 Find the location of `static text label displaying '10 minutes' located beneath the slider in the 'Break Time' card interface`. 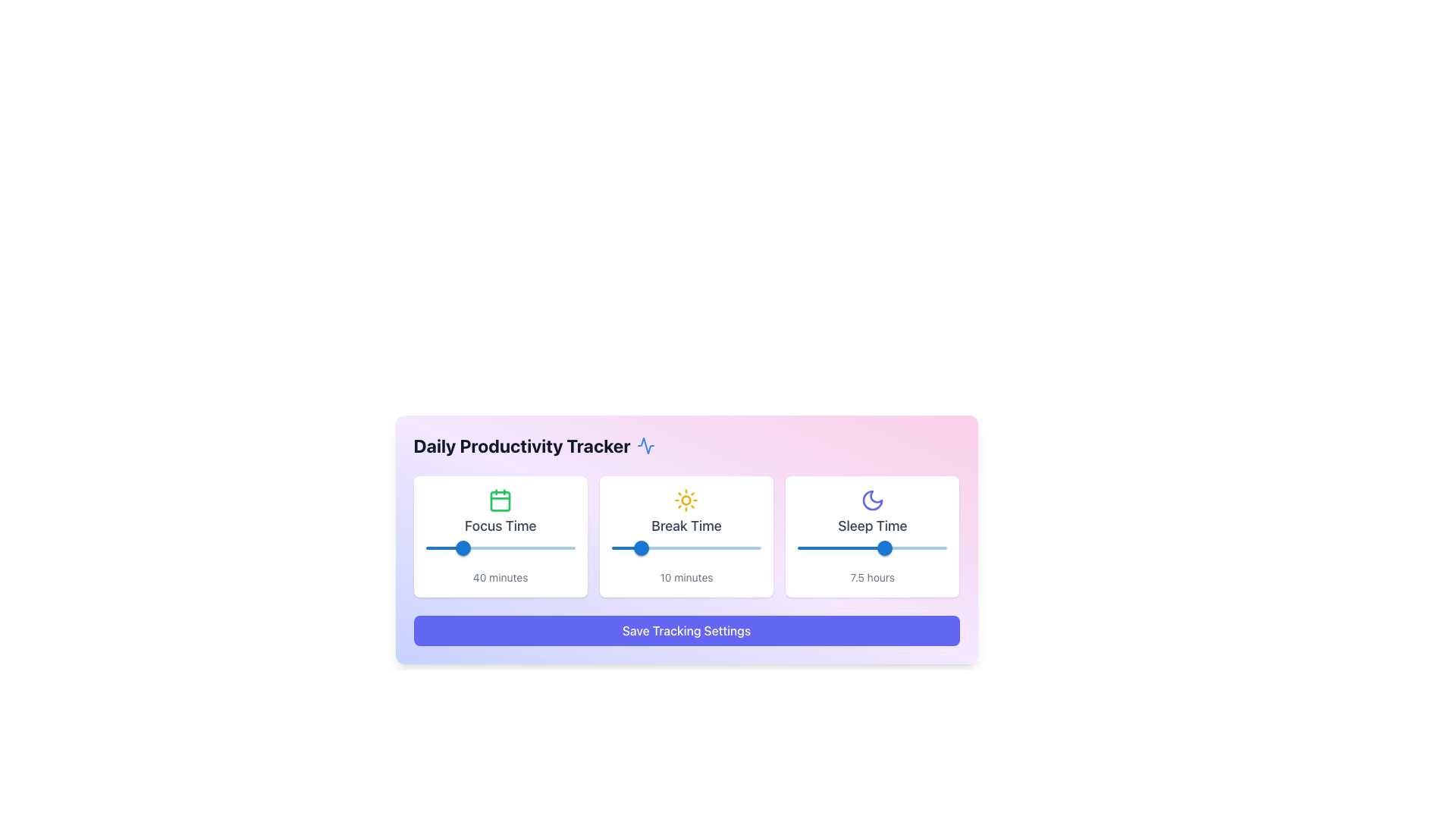

static text label displaying '10 minutes' located beneath the slider in the 'Break Time' card interface is located at coordinates (686, 578).